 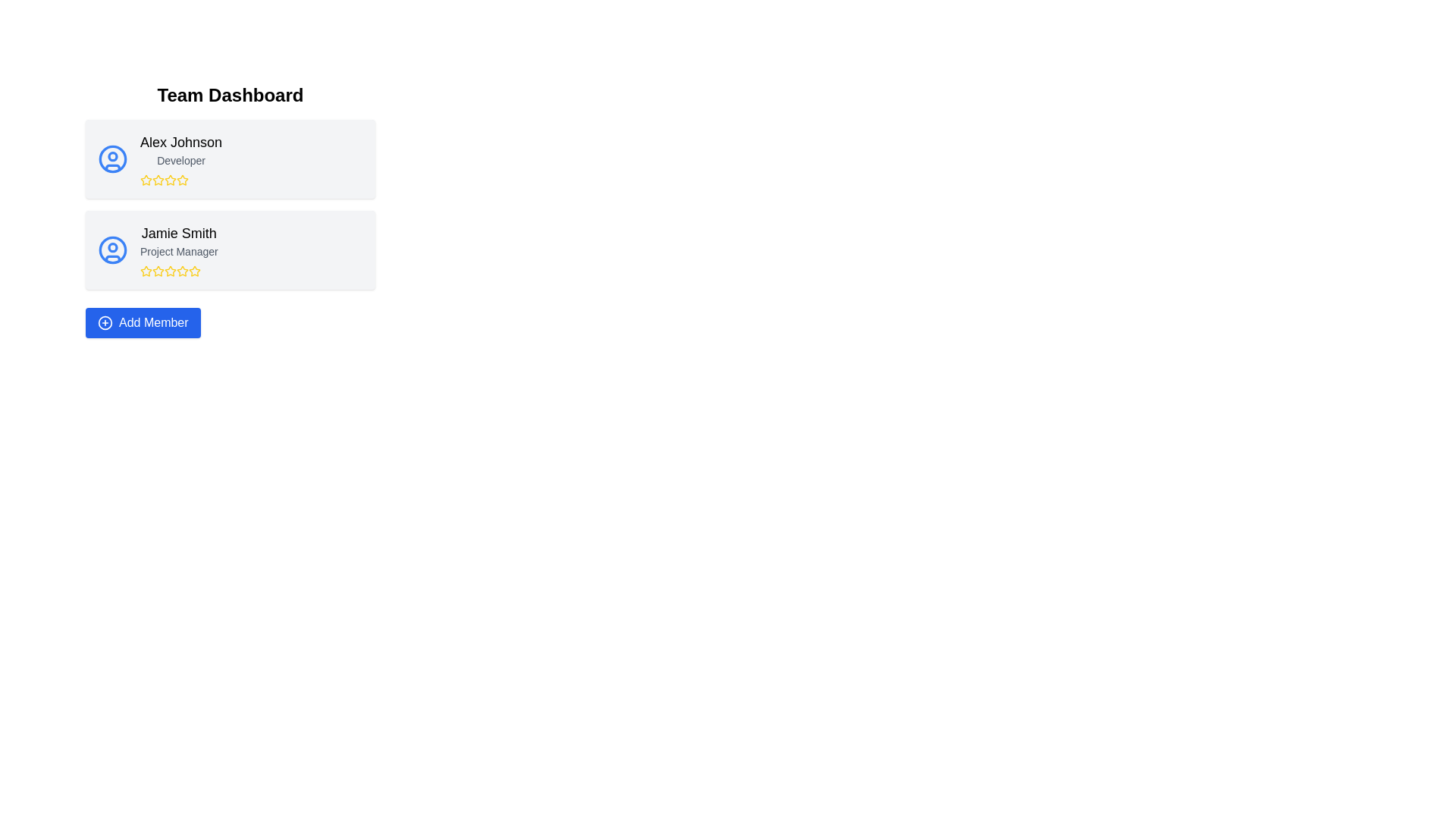 I want to click on the text label displaying the role or designation of the user 'Jamie Smith' located directly below the name within the card component in the second row of the team list, so click(x=179, y=250).